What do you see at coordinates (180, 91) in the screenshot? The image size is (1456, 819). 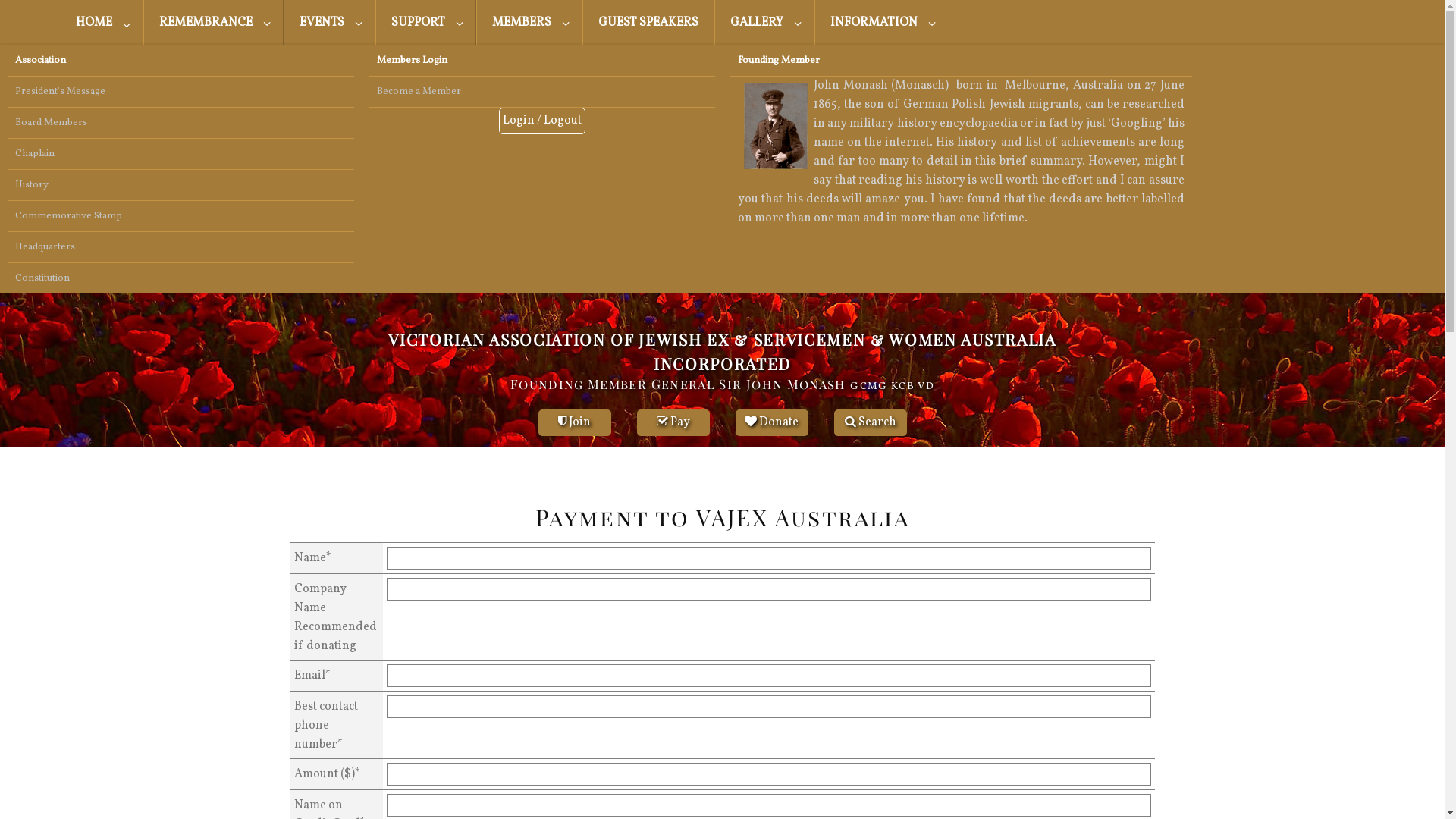 I see `'President's Message'` at bounding box center [180, 91].